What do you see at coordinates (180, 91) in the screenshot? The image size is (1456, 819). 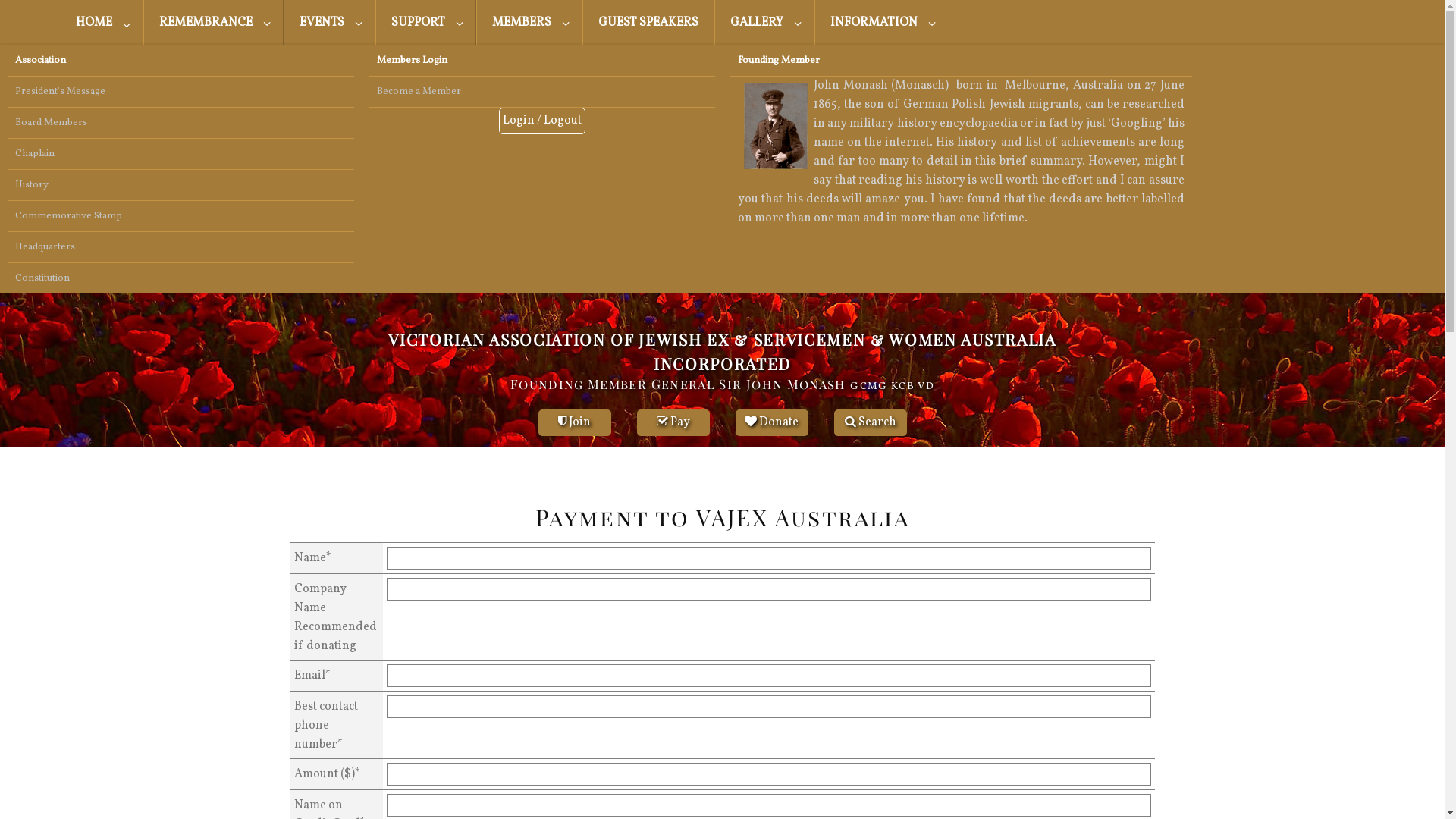 I see `'President's Message'` at bounding box center [180, 91].